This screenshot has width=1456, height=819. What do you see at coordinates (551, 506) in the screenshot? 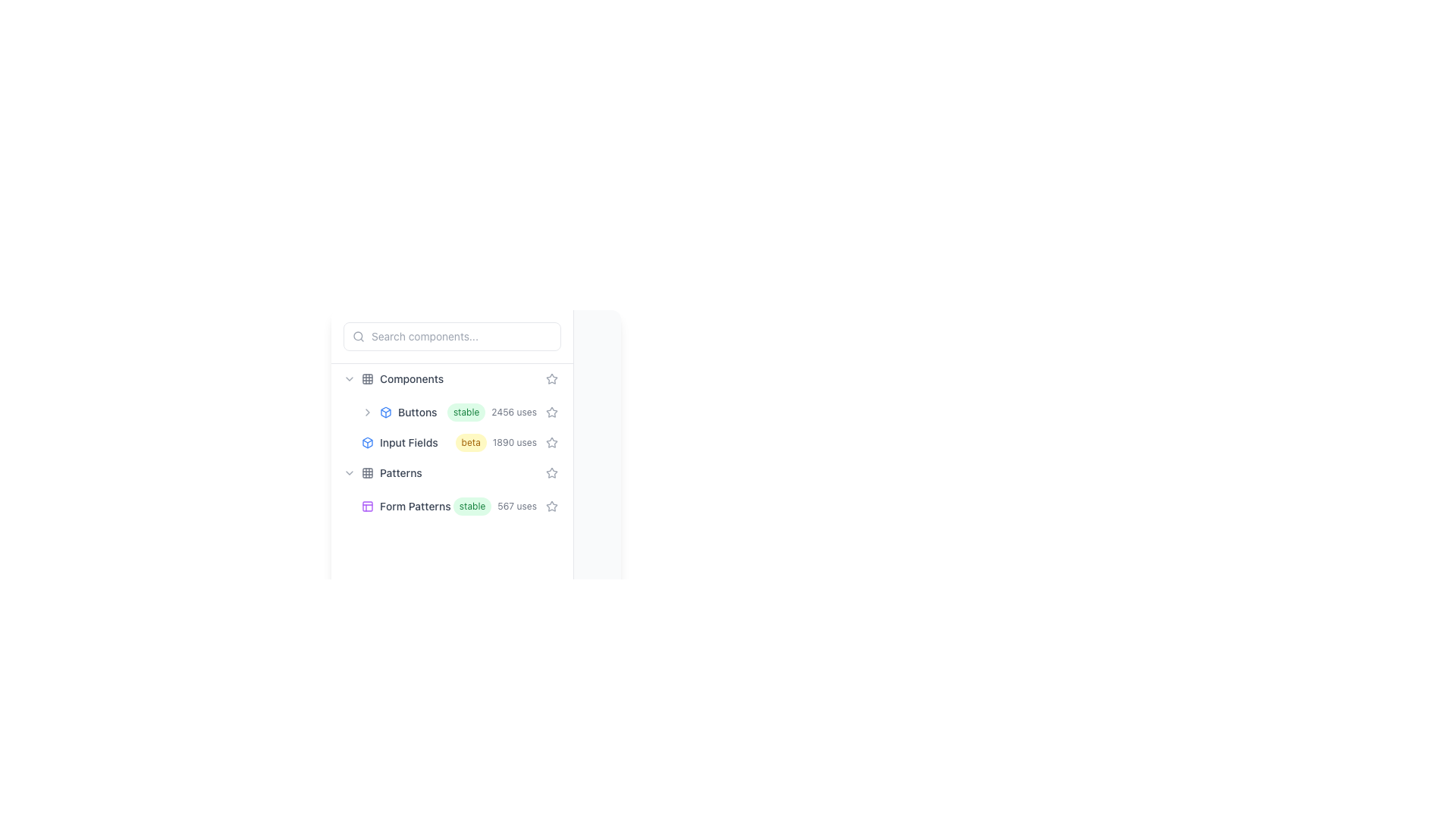
I see `the small star-shaped icon styled in gray, located to the right of the text '567 uses'` at bounding box center [551, 506].